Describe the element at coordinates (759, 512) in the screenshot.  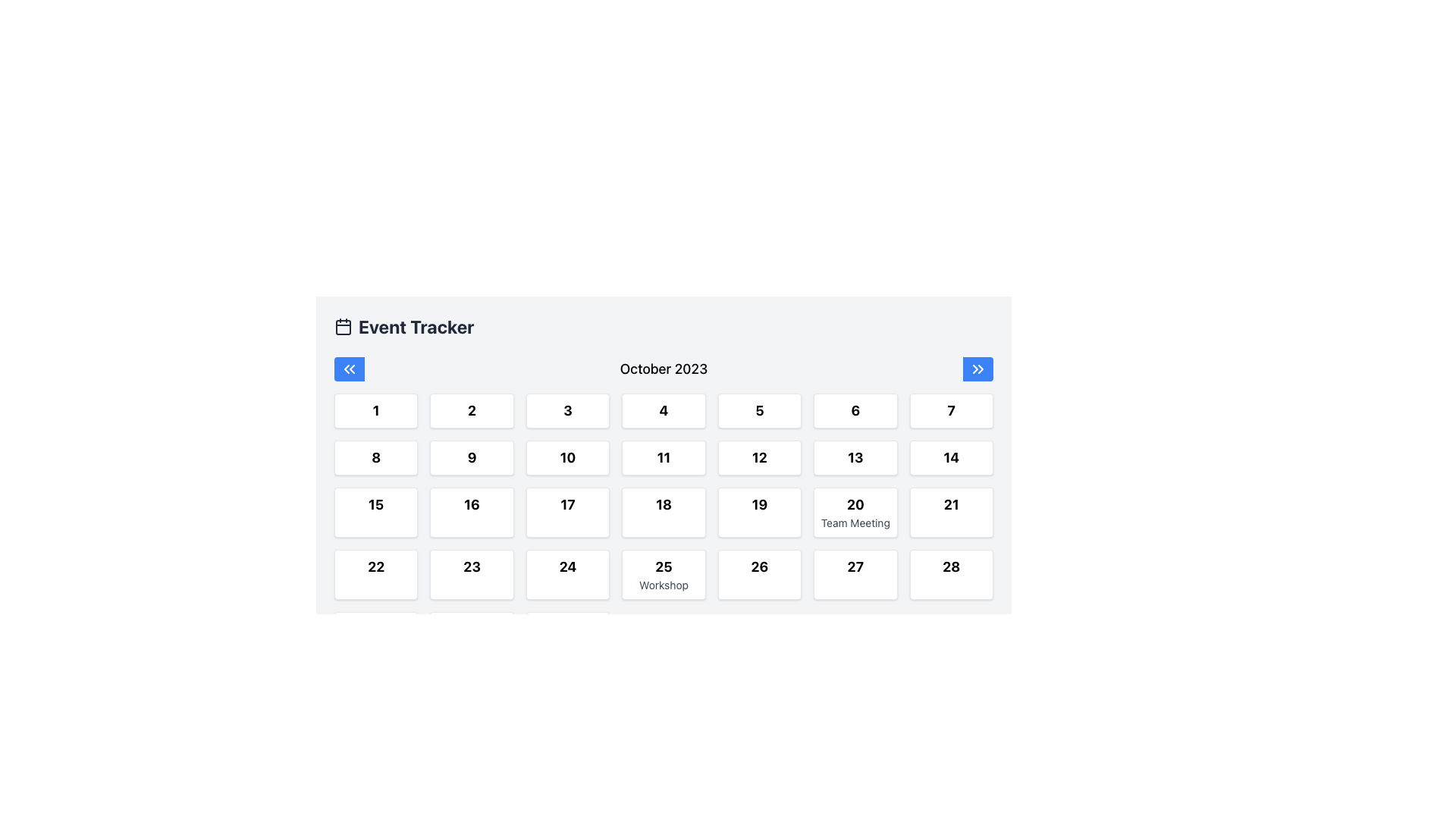
I see `from the Interactive Grid Item located in the fourth row and fifth column of the calendar, positioned between the elements labeled '18' and '20', for extended selection` at that location.